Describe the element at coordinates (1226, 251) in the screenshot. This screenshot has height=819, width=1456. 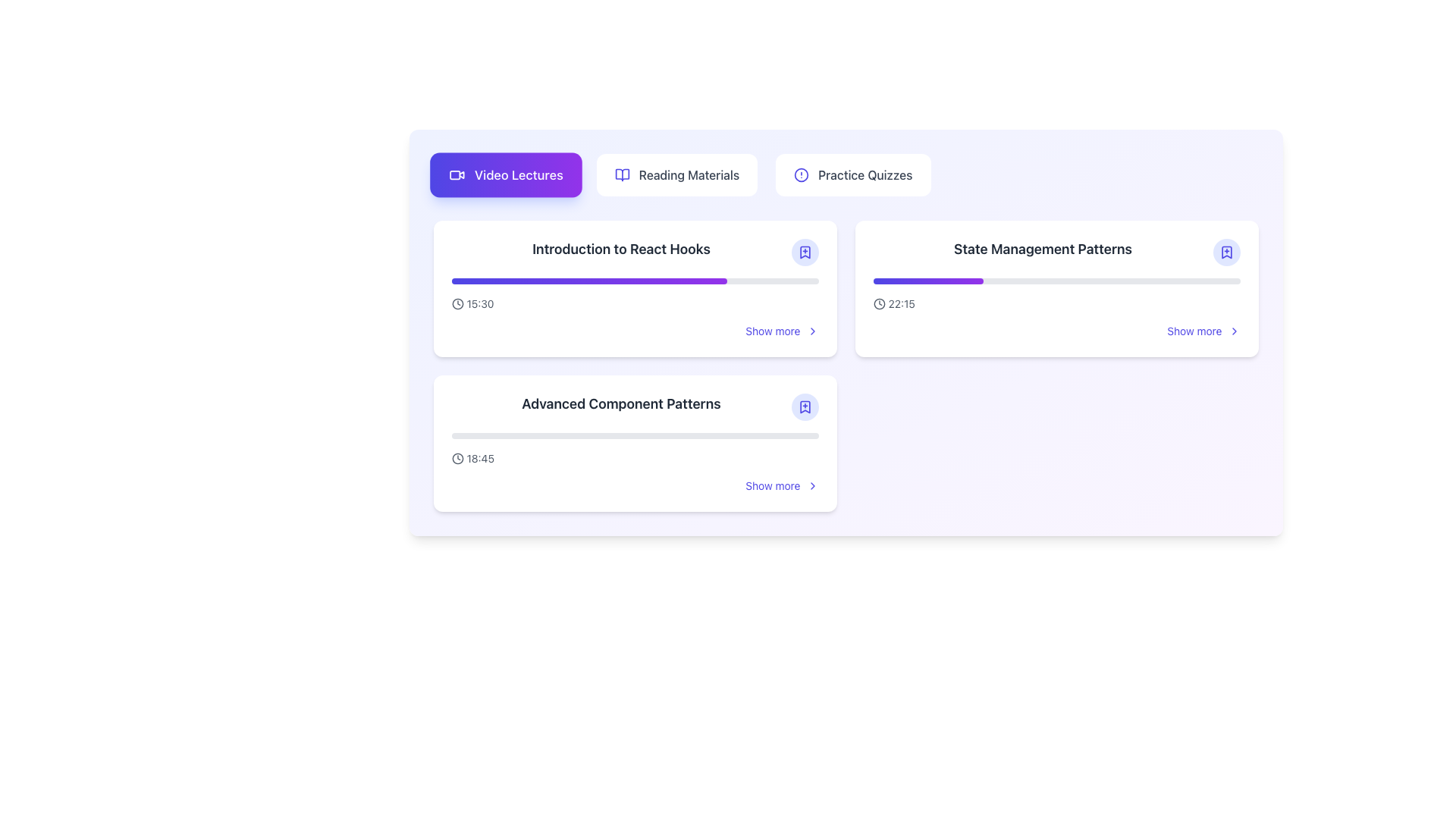
I see `the bookmark icon located in the top-right section of the State Management Patterns card, which allows for saving or marking items for future reference` at that location.